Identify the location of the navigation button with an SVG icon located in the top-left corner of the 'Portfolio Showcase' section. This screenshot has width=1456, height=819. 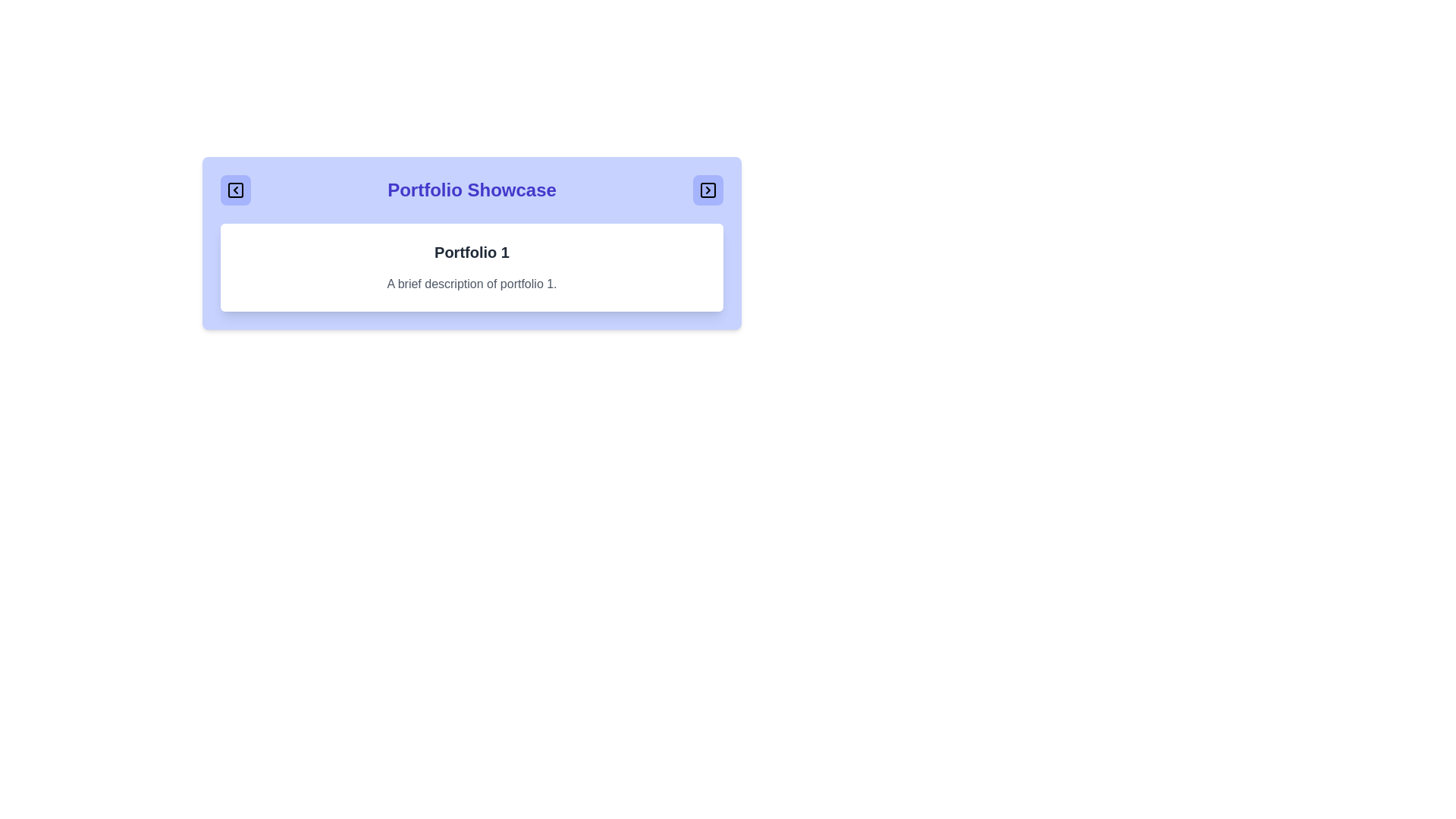
(235, 189).